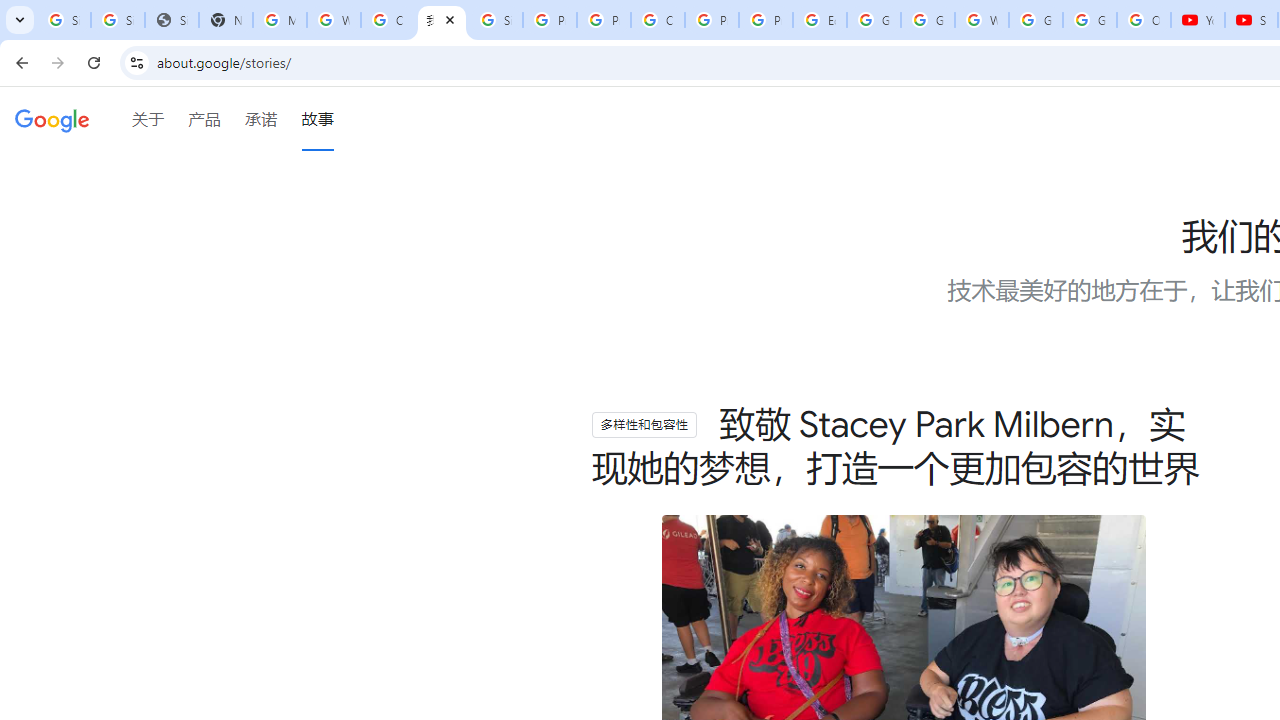 The image size is (1280, 720). What do you see at coordinates (64, 20) in the screenshot?
I see `'Sign in - Google Accounts'` at bounding box center [64, 20].